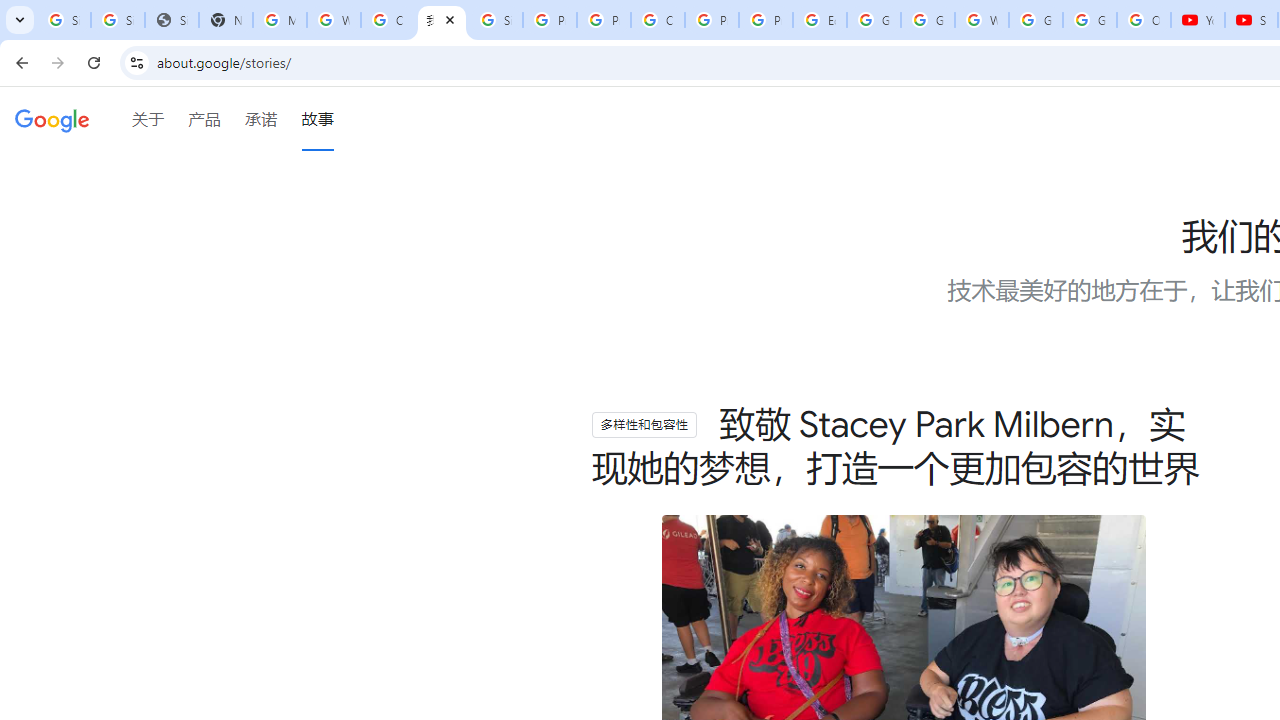 The image size is (1280, 720). What do you see at coordinates (64, 20) in the screenshot?
I see `'Sign in - Google Accounts'` at bounding box center [64, 20].